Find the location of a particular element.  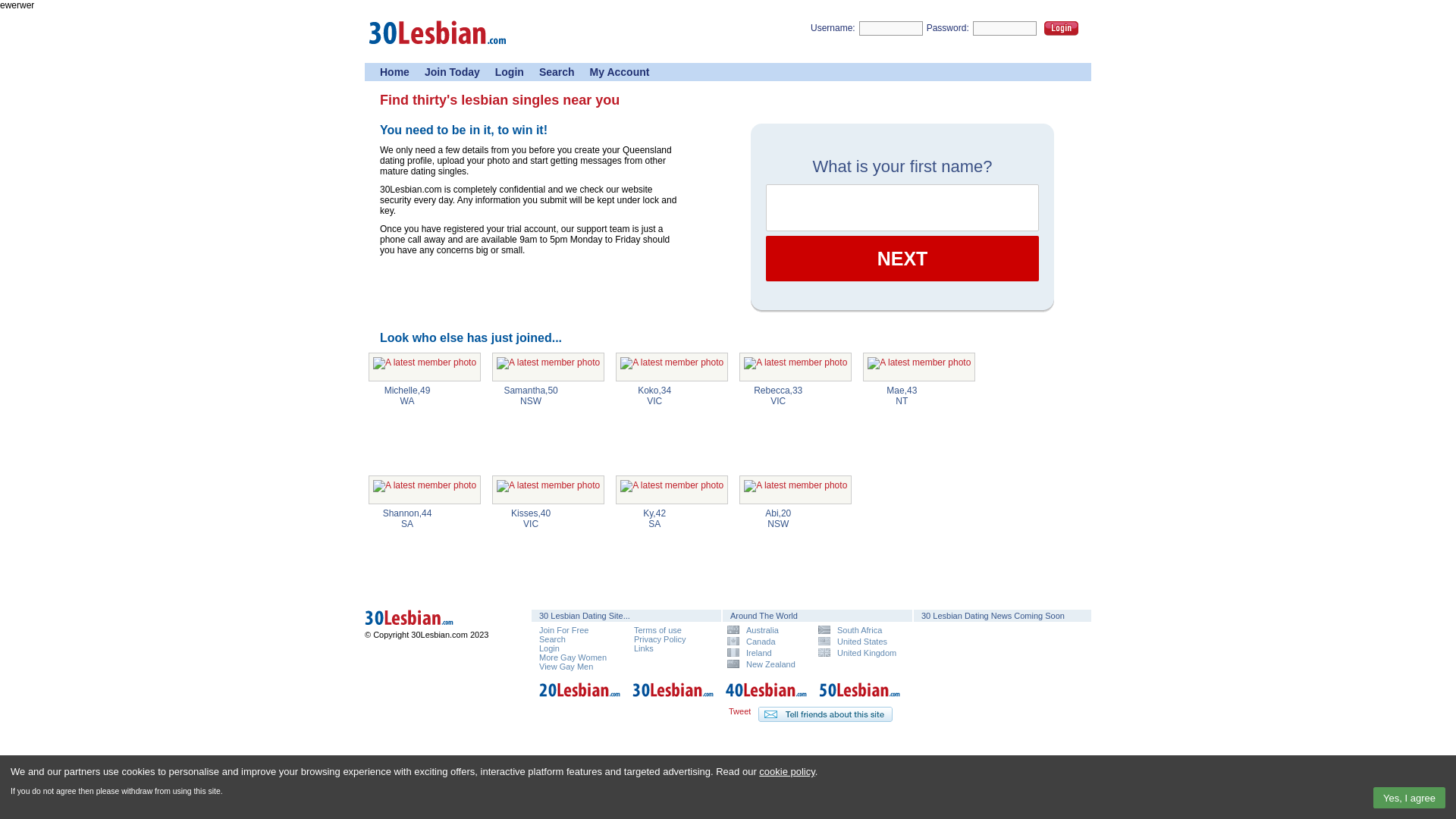

'Canada' is located at coordinates (767, 641).